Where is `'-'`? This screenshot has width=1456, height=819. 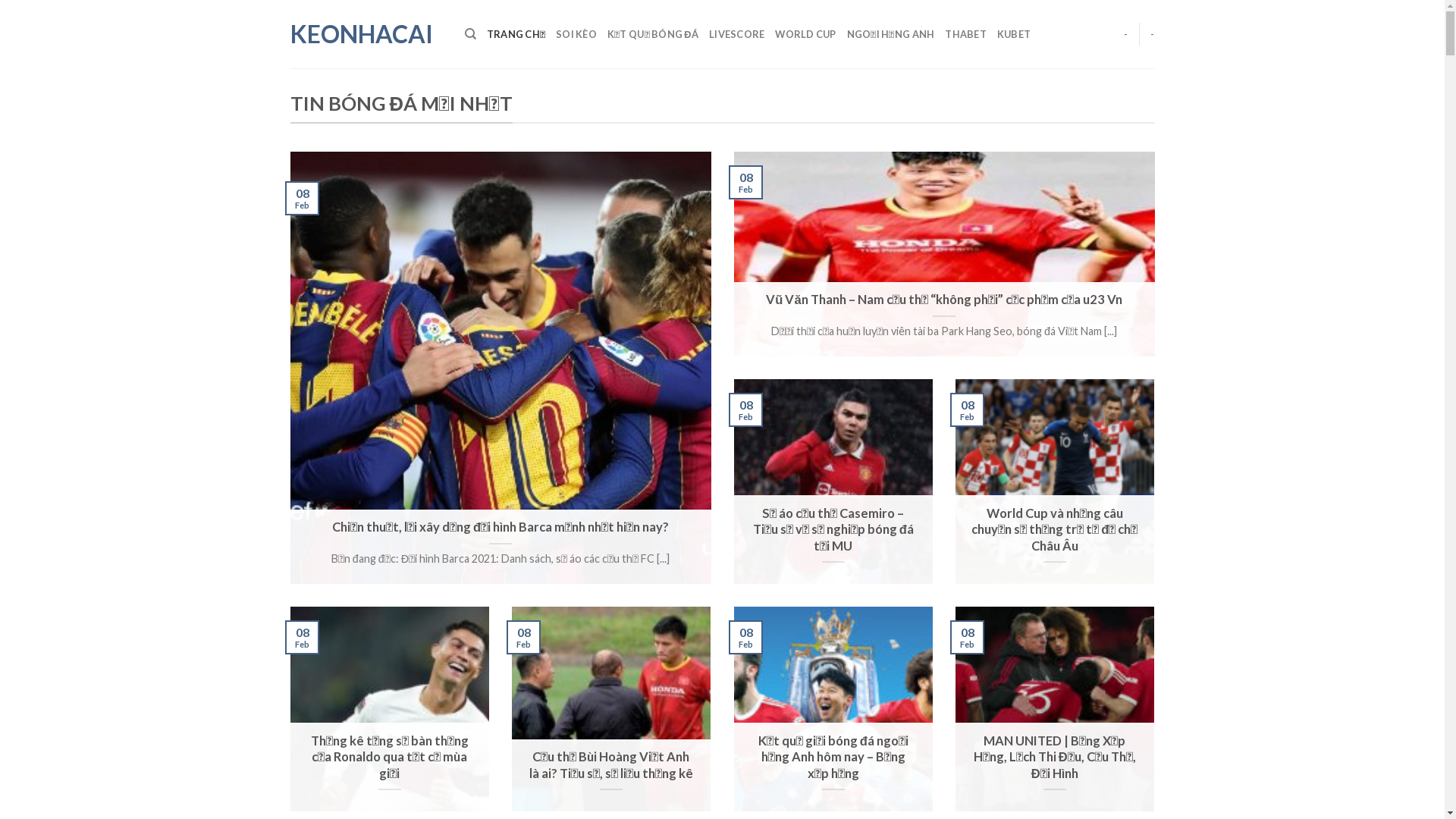
'-' is located at coordinates (1125, 34).